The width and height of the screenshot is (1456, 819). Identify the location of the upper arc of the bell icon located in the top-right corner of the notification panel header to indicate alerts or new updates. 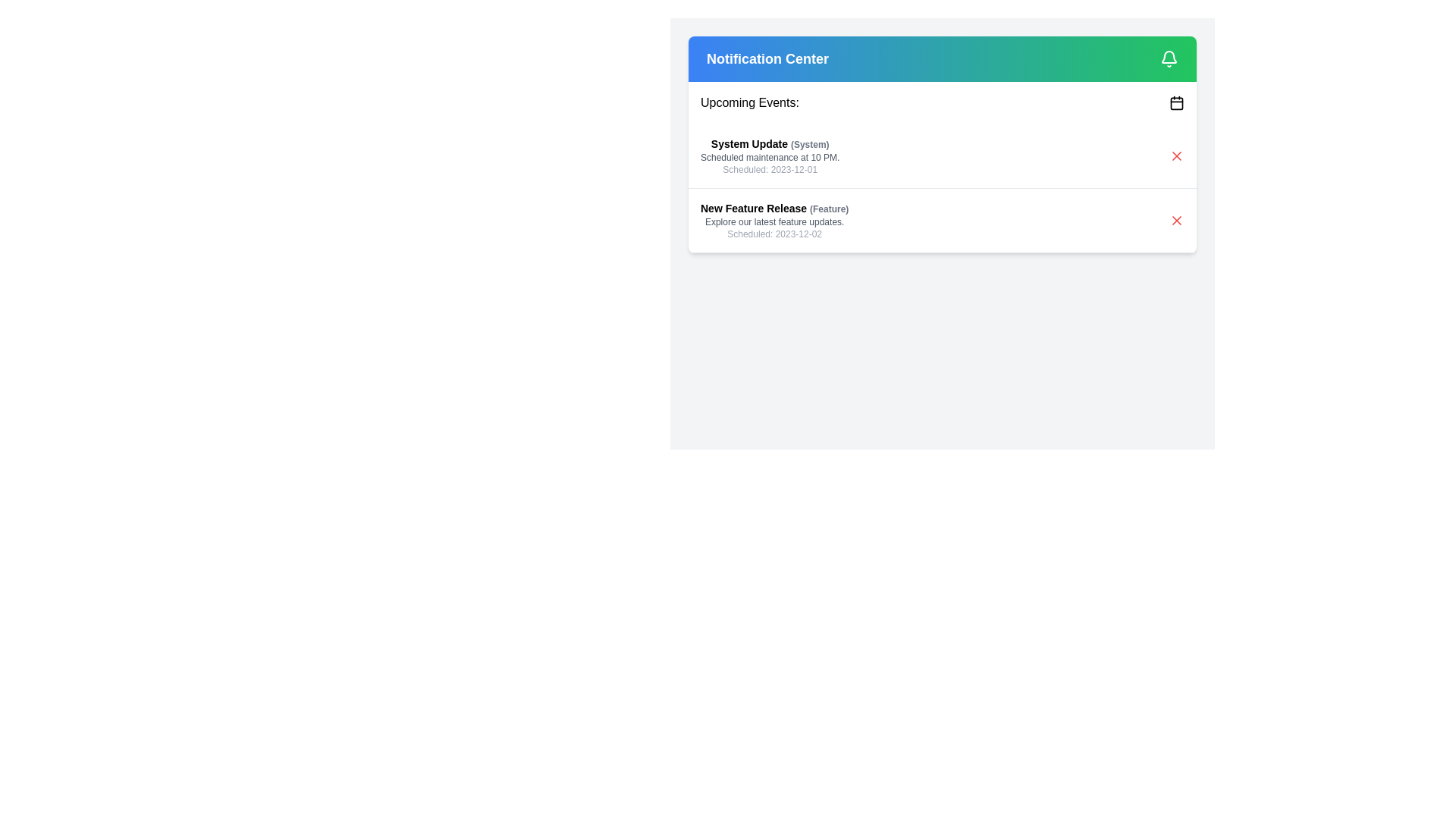
(1168, 56).